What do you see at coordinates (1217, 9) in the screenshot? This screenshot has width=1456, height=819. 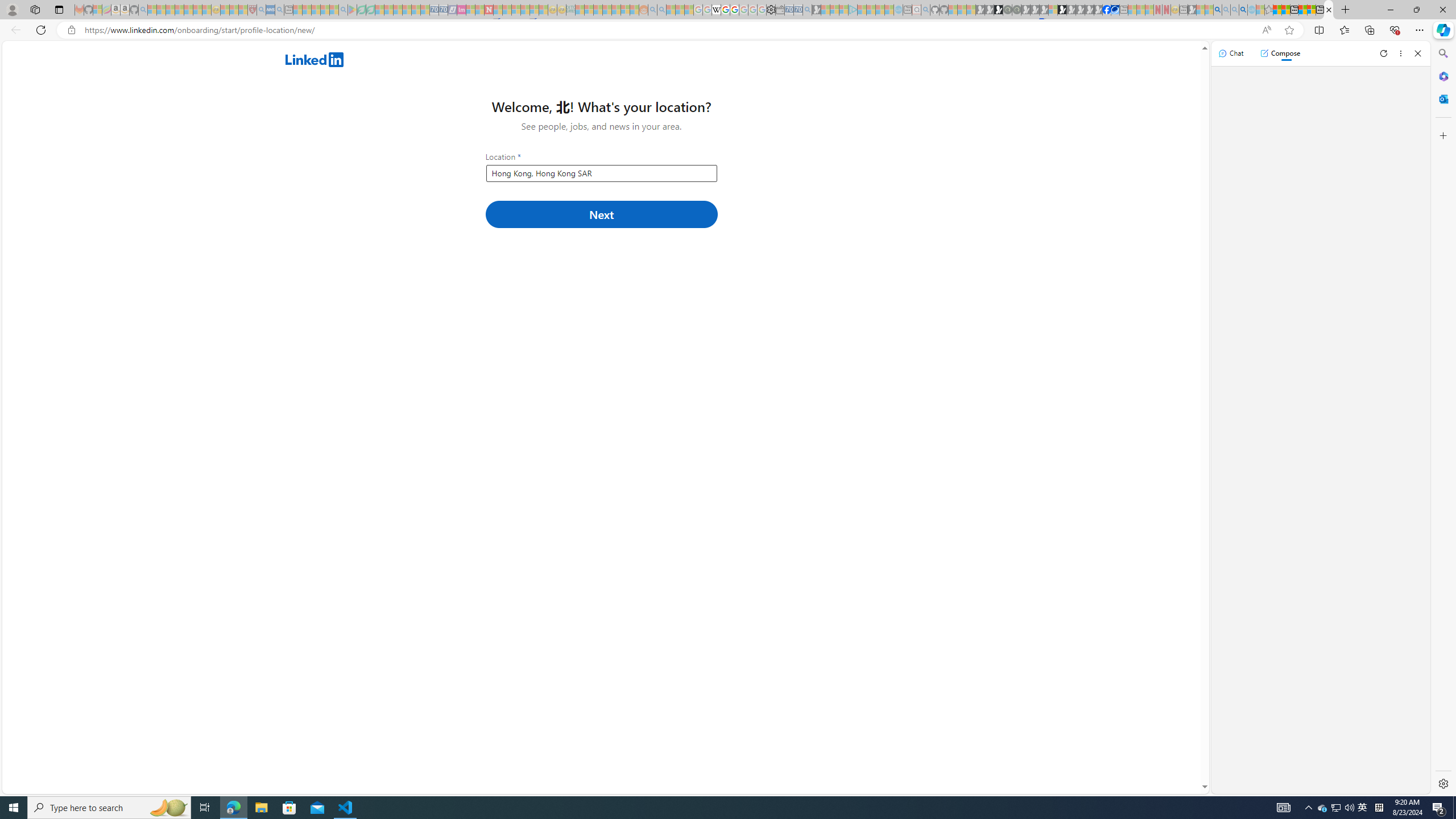 I see `'Bing AI - Search'` at bounding box center [1217, 9].